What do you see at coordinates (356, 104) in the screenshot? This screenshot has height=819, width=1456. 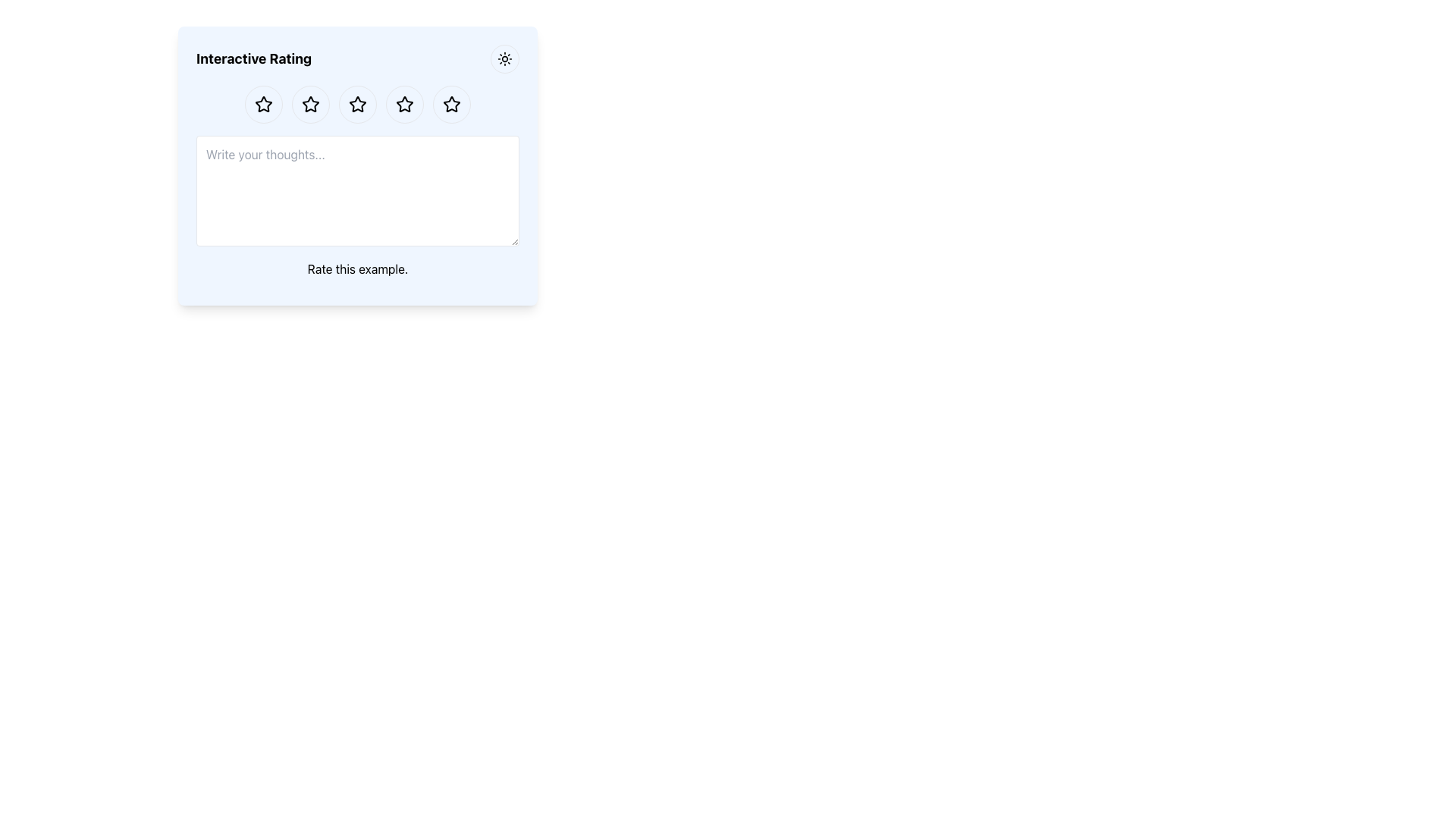 I see `the third star icon in the rating component` at bounding box center [356, 104].